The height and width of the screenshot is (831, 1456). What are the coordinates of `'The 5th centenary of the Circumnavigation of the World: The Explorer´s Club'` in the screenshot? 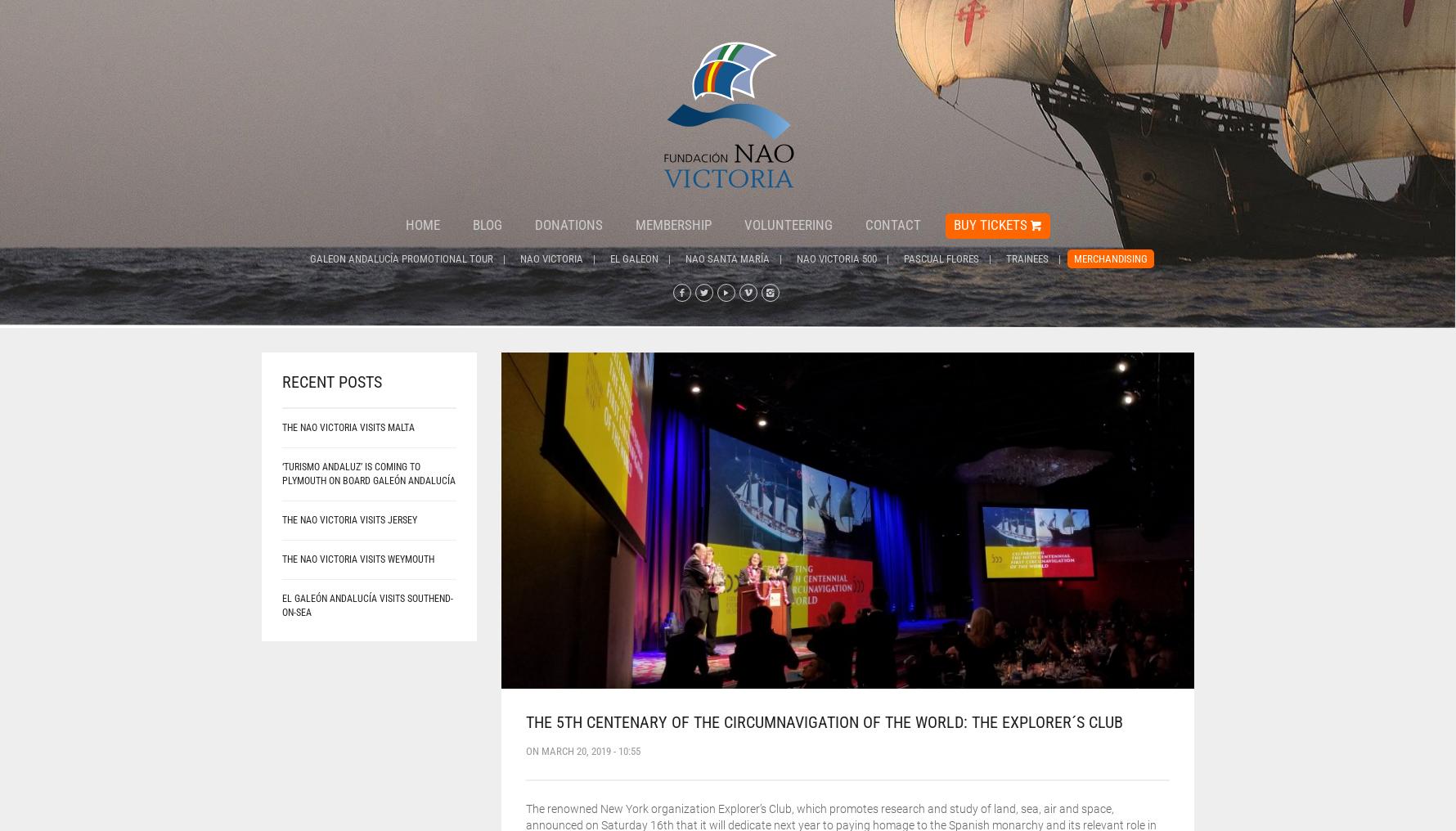 It's located at (822, 721).